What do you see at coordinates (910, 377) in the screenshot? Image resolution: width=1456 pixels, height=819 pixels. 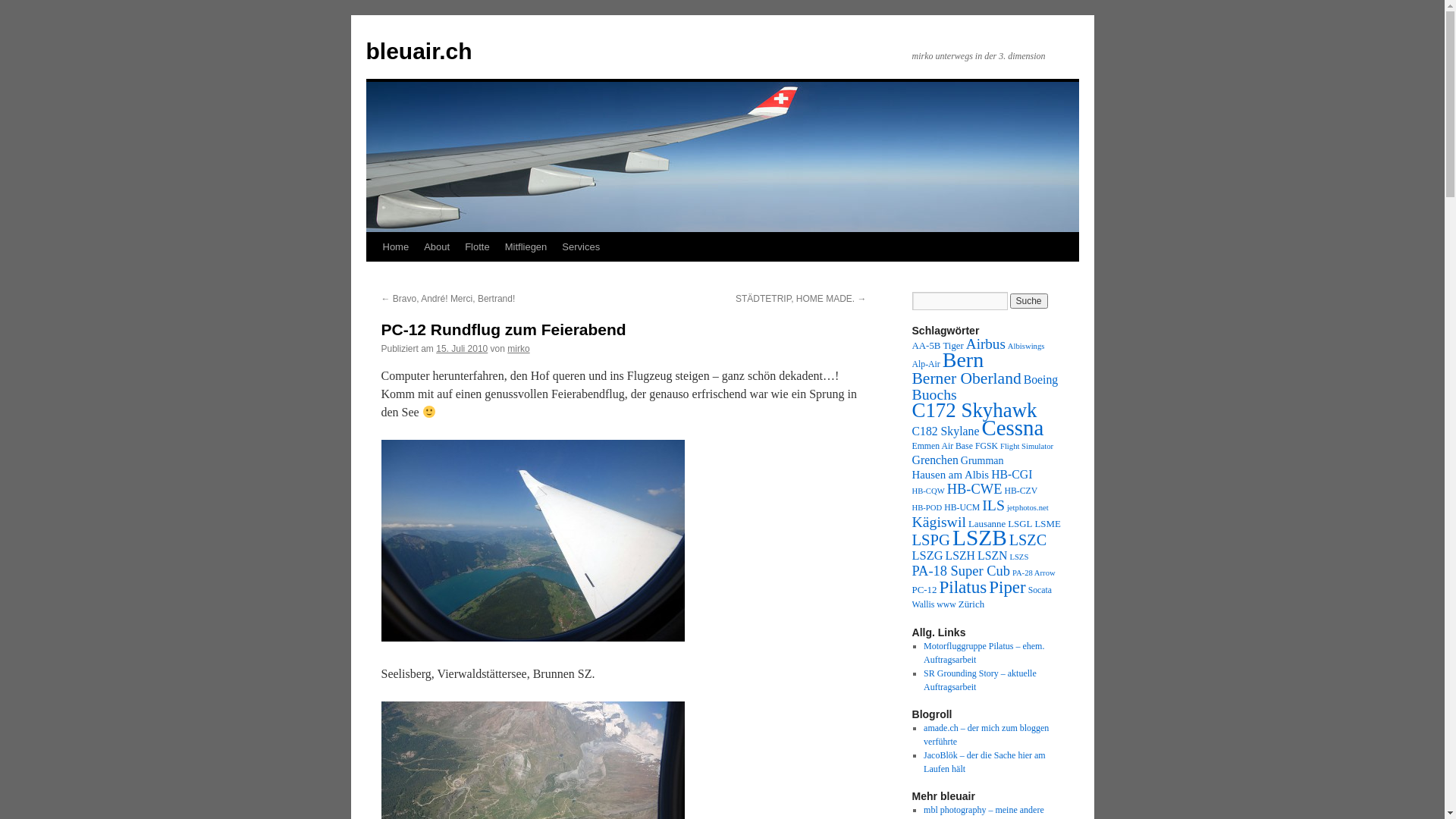 I see `'Berner Oberland'` at bounding box center [910, 377].